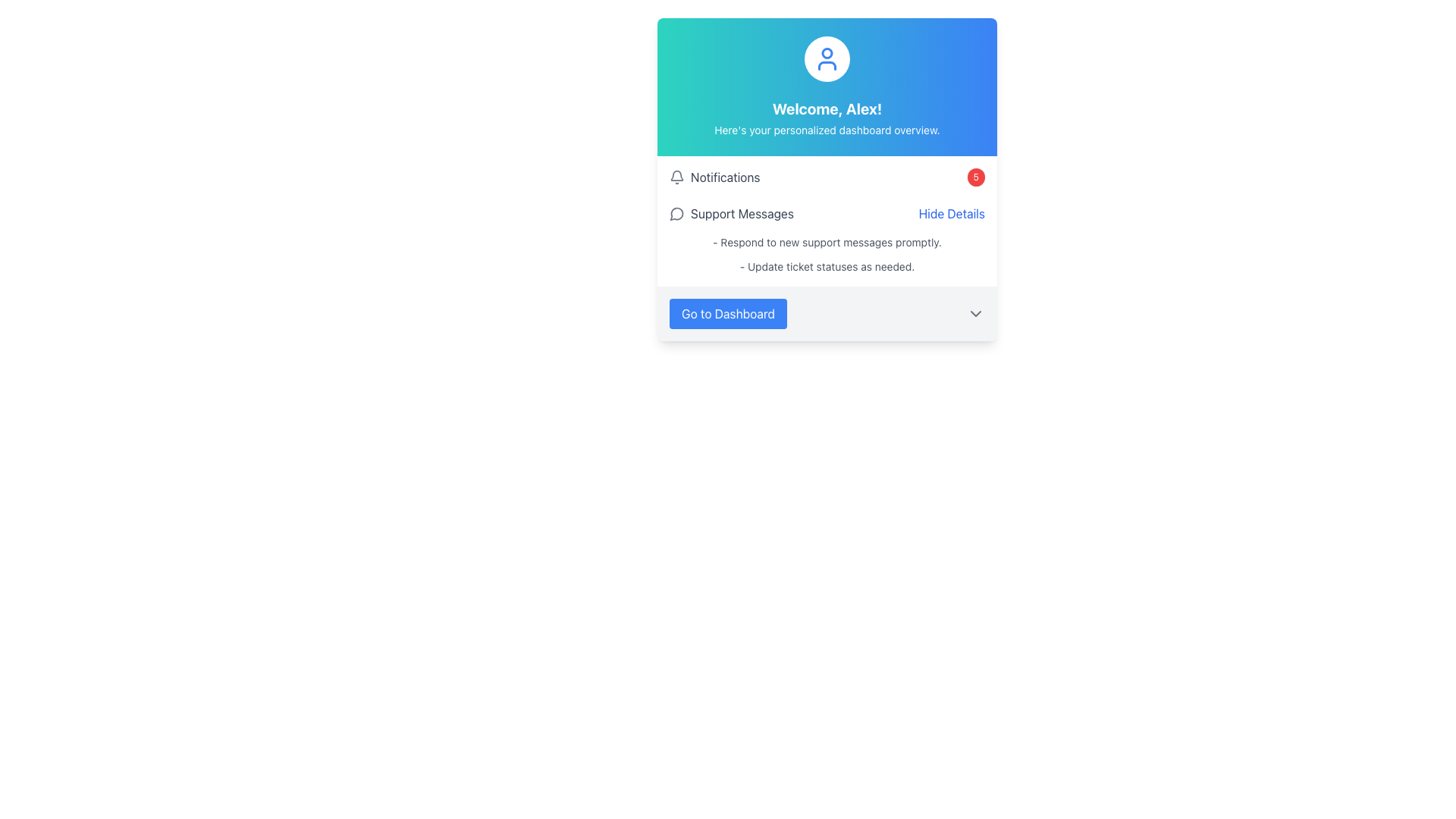  I want to click on the rectangular button with rounded corners that has a blue background and white text reading 'Go to Dashboard', so click(728, 312).